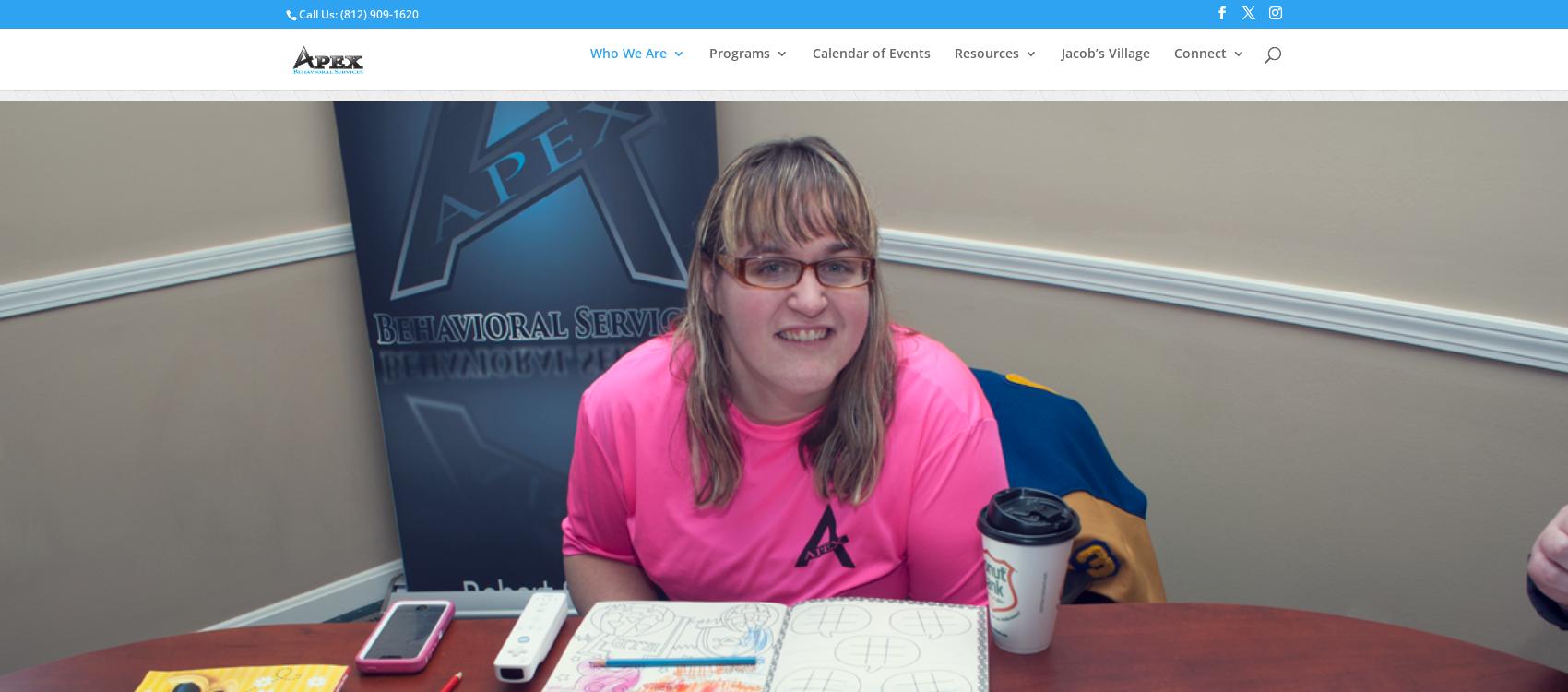 This screenshot has width=1568, height=692. Describe the element at coordinates (1254, 177) in the screenshot. I see `'Contact'` at that location.